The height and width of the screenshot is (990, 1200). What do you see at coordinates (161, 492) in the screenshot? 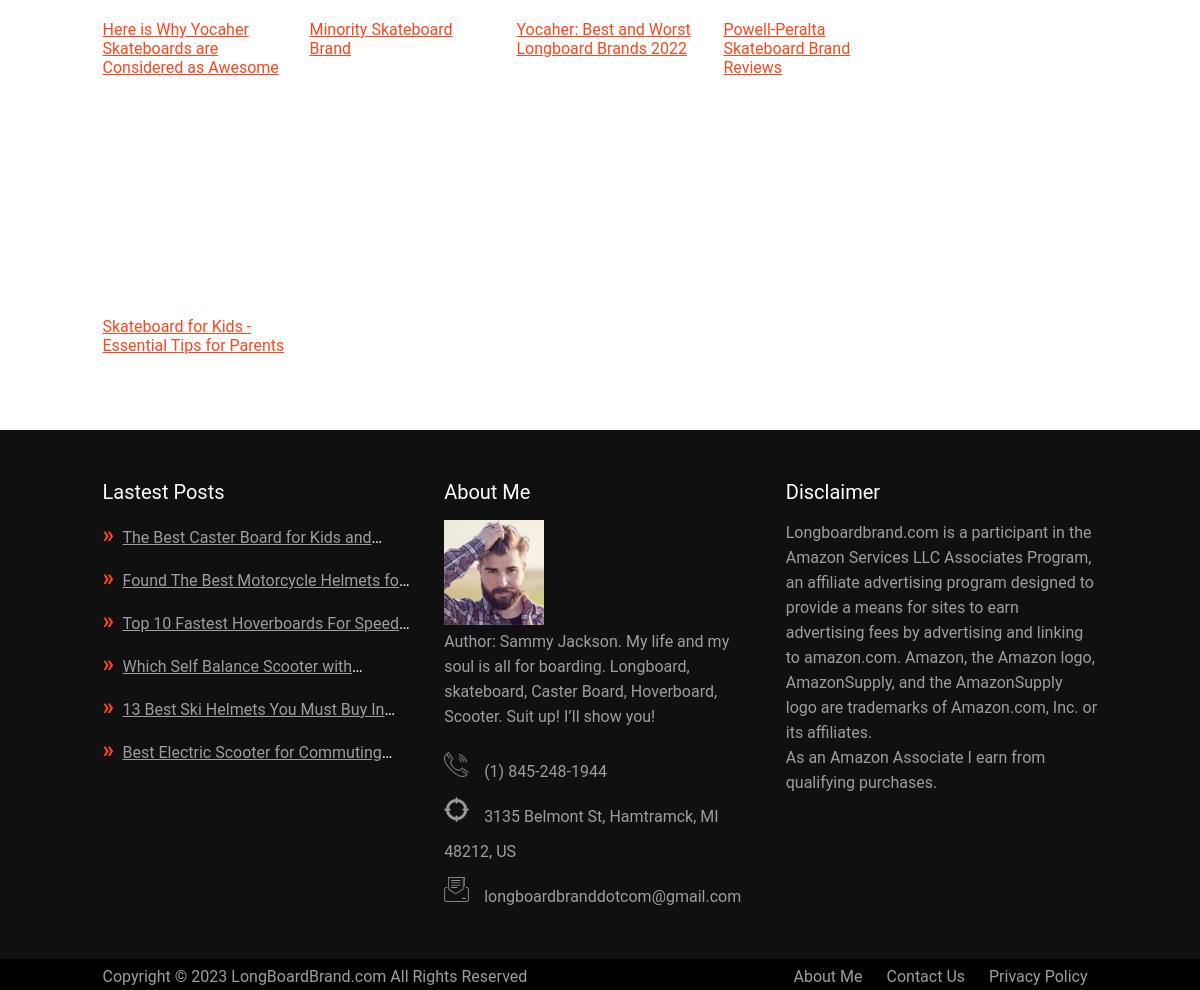
I see `'Lastest Posts'` at bounding box center [161, 492].